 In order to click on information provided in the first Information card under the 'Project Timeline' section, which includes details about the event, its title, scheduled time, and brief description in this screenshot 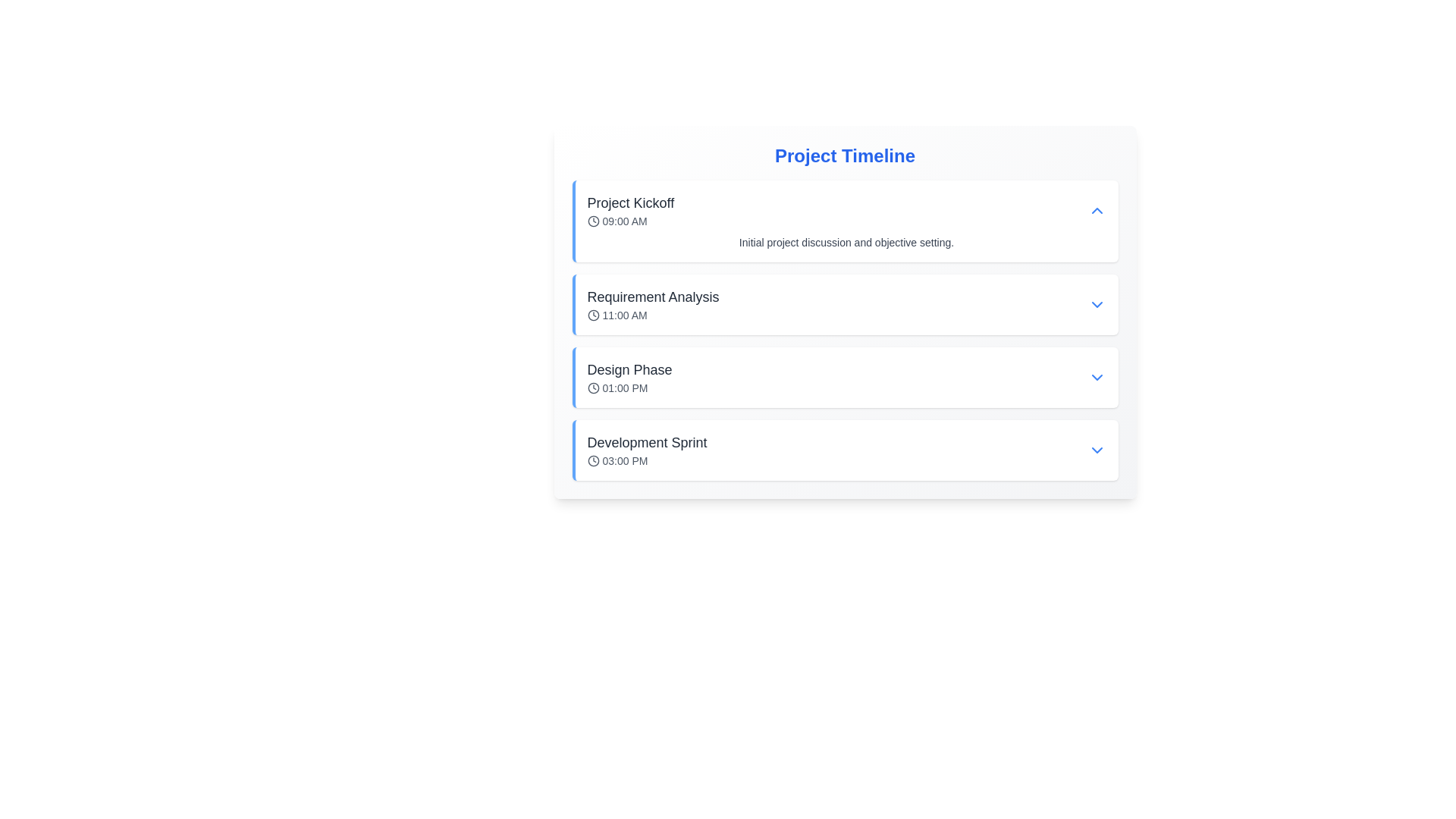, I will do `click(844, 221)`.